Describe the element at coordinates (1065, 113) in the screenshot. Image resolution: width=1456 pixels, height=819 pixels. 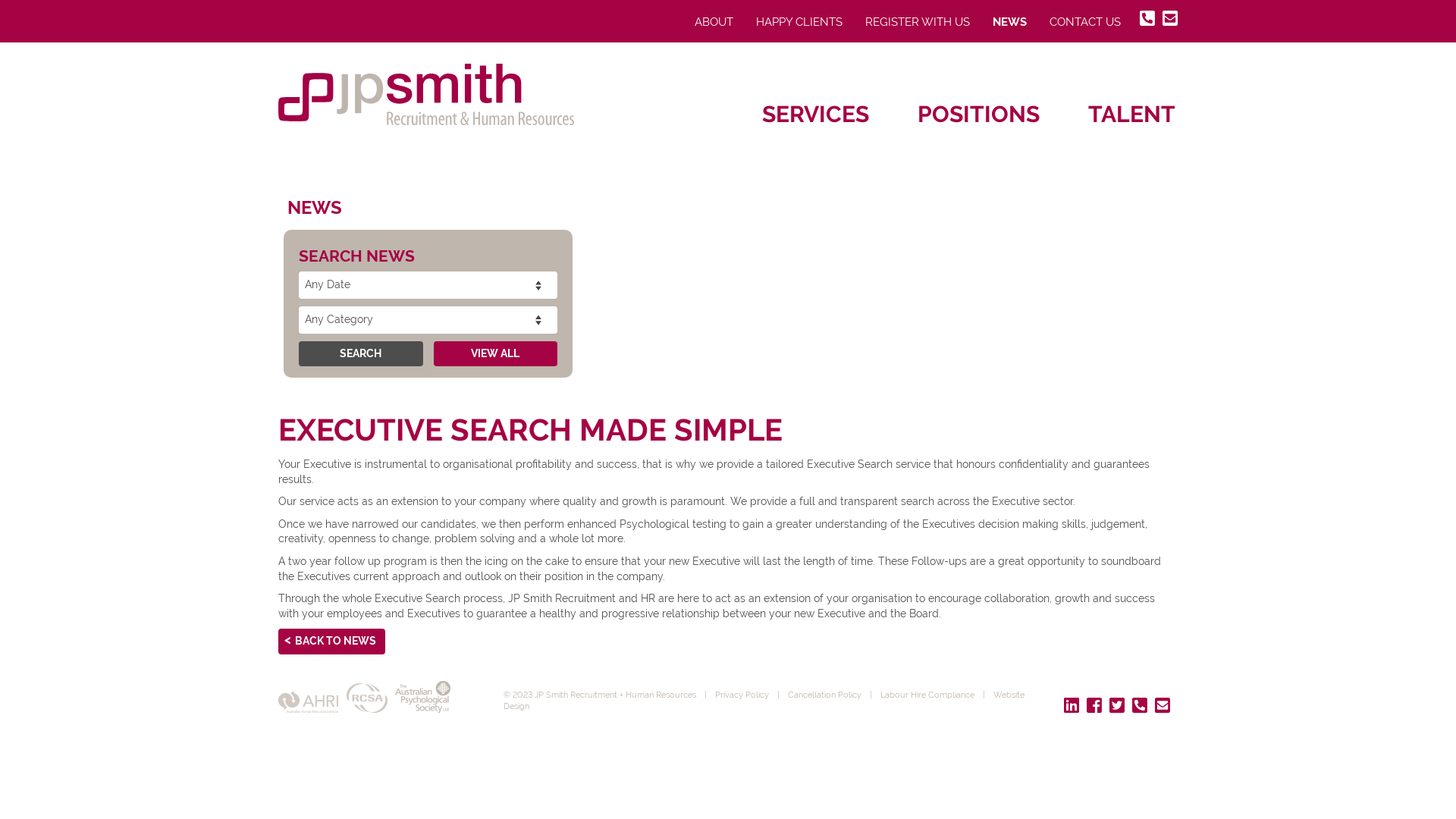
I see `'TALENT'` at that location.